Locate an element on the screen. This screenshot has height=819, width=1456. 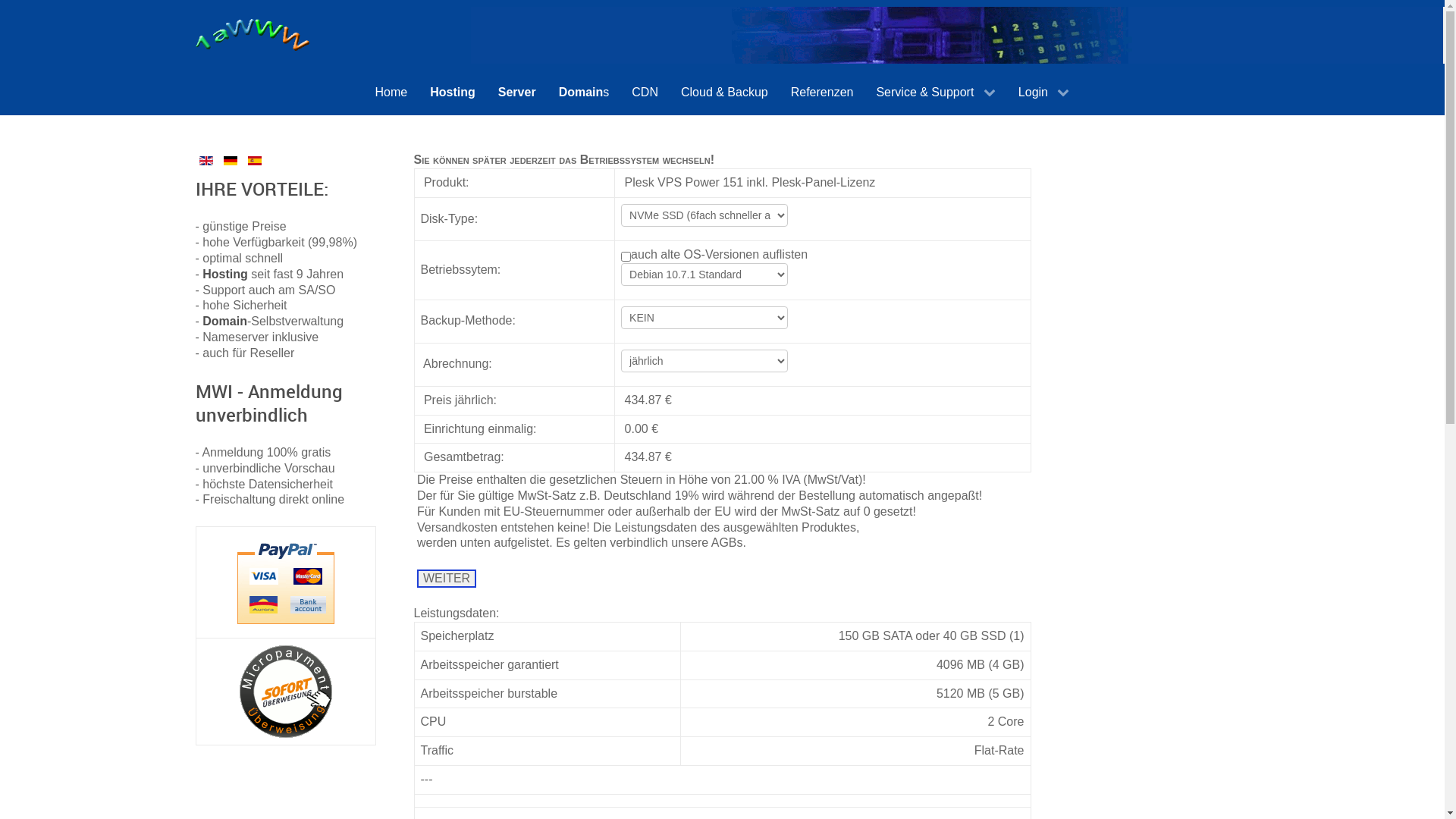
'WEITER' is located at coordinates (446, 579).